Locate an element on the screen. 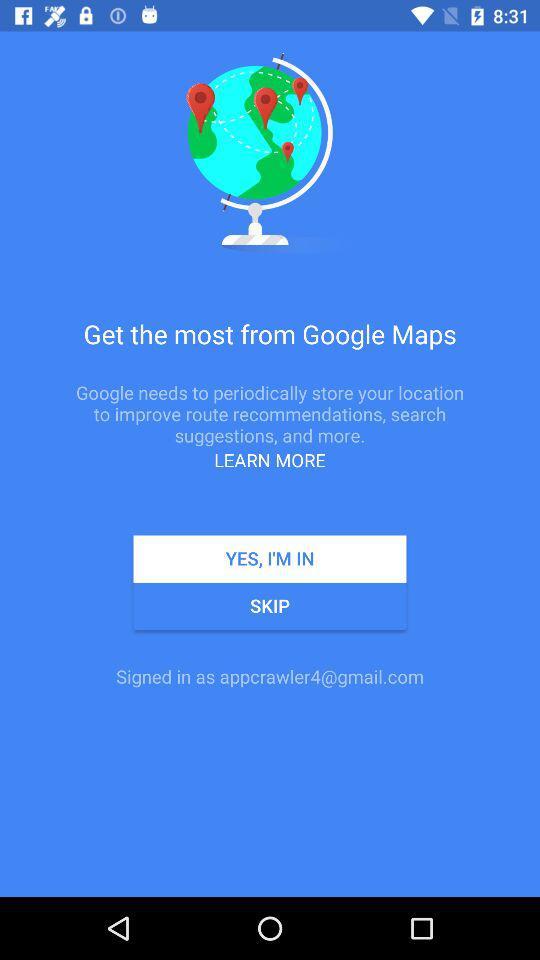 This screenshot has height=960, width=540. the learn more is located at coordinates (270, 460).